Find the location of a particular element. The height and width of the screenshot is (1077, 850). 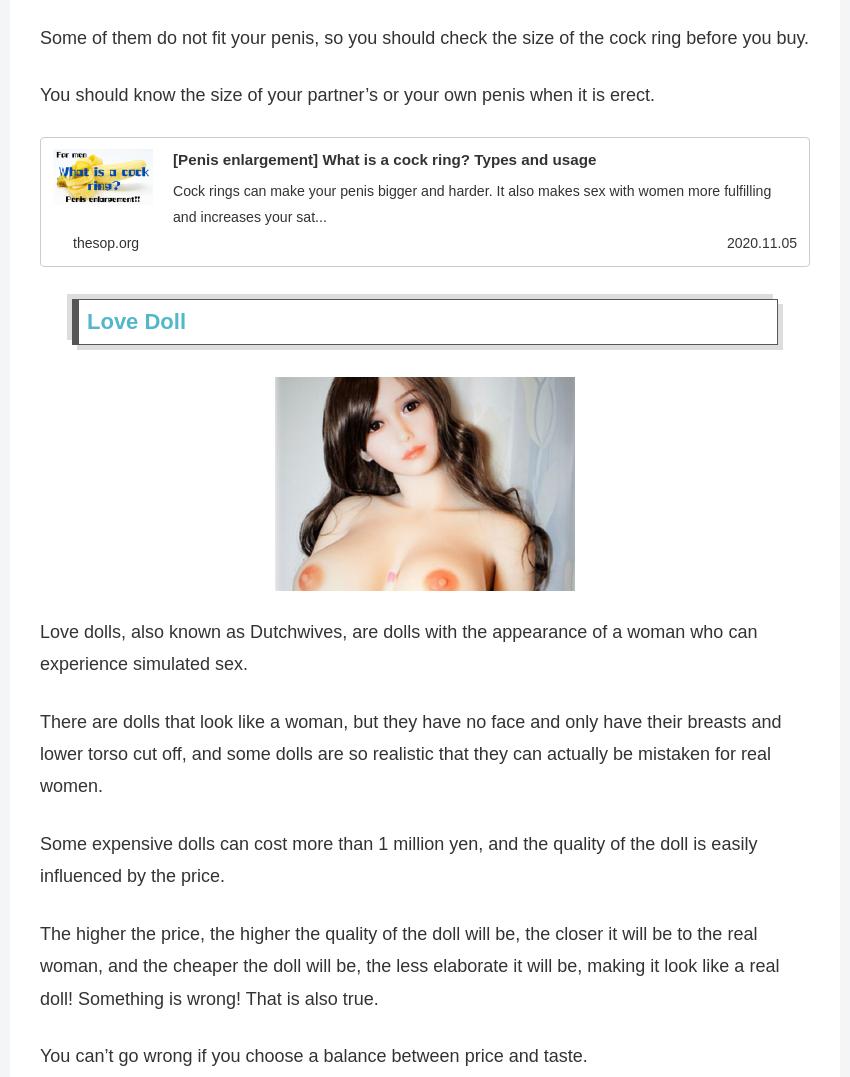

'Cock rings can make your penis bigger and harder. It also makes sex with women more fulfilling and increases your sat...' is located at coordinates (171, 205).